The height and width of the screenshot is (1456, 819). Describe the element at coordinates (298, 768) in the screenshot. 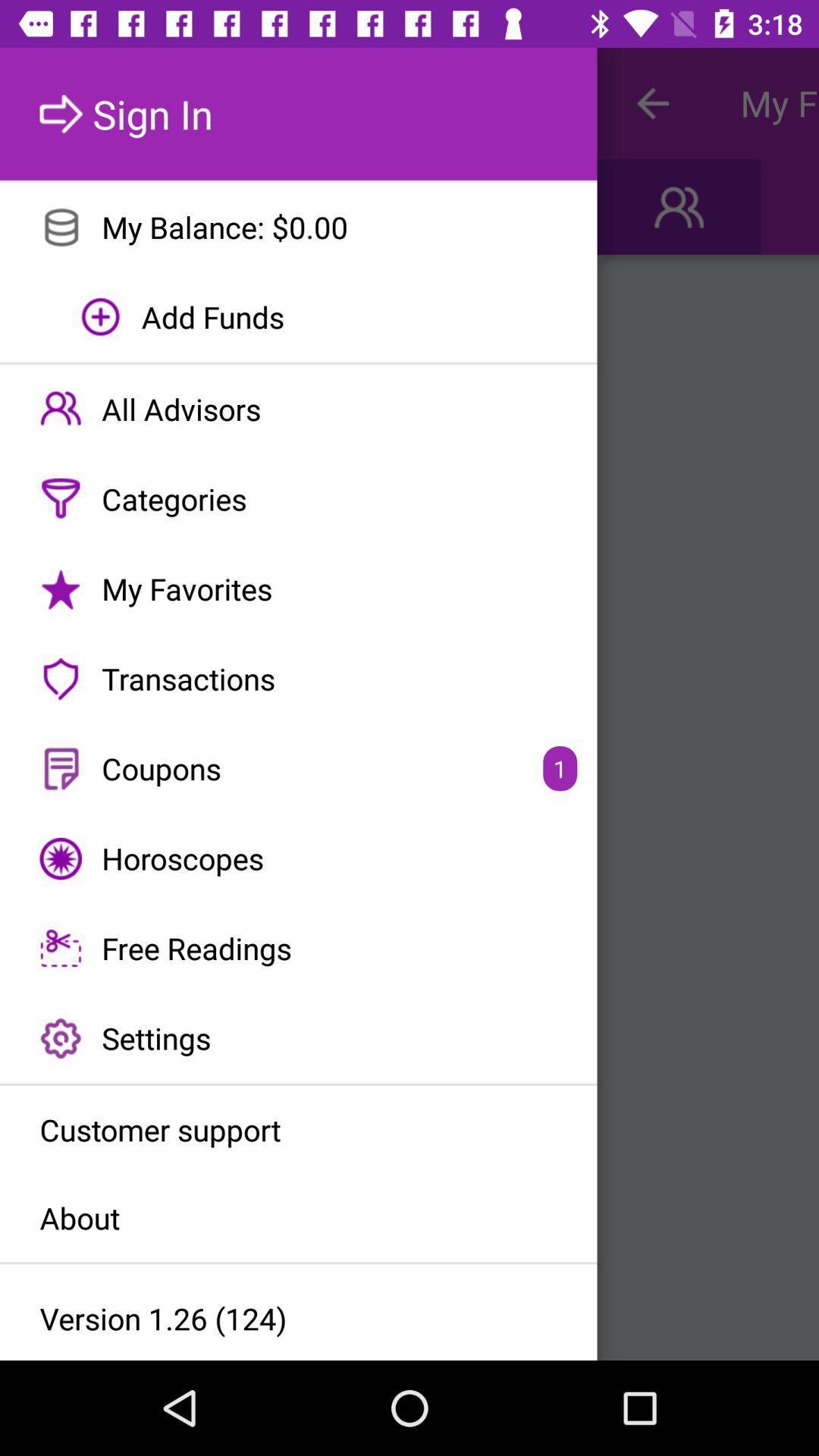

I see `the icon below transactions` at that location.